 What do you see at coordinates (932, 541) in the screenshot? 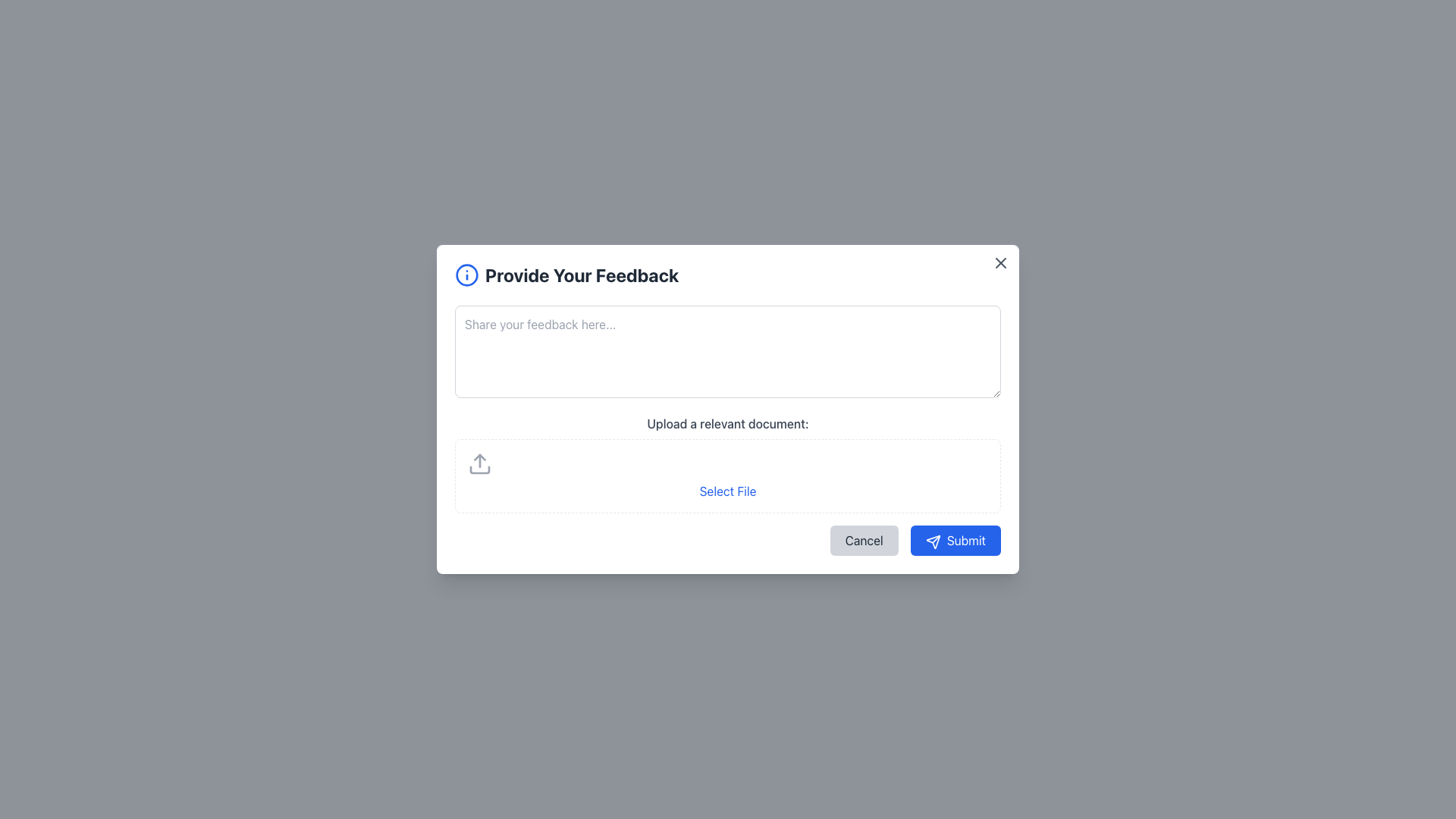
I see `the 'Submit' icon located inside the button labeled 'Submit', positioned to the left of the text label for the action of submitting data` at bounding box center [932, 541].